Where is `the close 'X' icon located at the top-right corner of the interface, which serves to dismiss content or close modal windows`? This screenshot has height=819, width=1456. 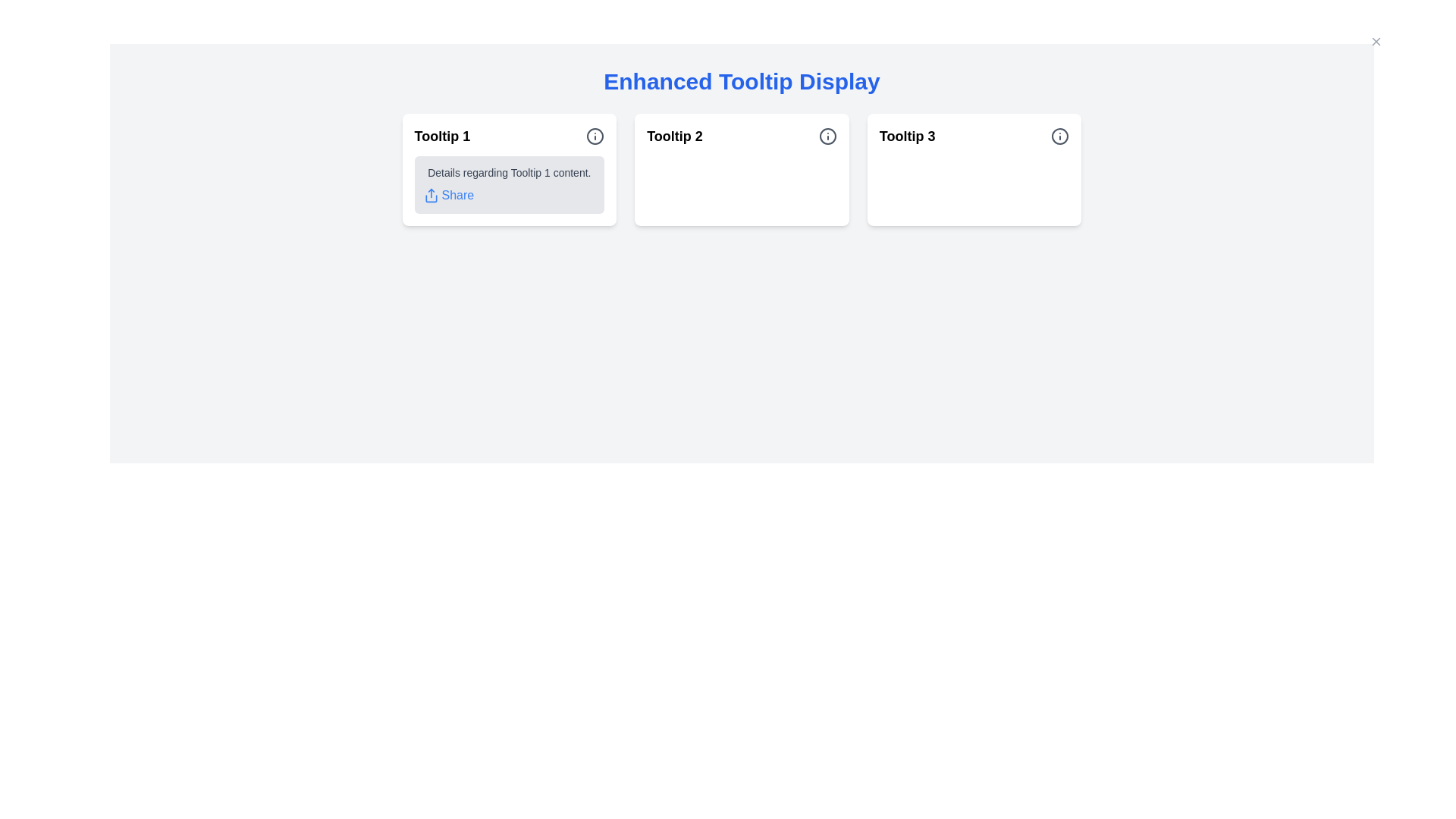 the close 'X' icon located at the top-right corner of the interface, which serves to dismiss content or close modal windows is located at coordinates (1376, 40).